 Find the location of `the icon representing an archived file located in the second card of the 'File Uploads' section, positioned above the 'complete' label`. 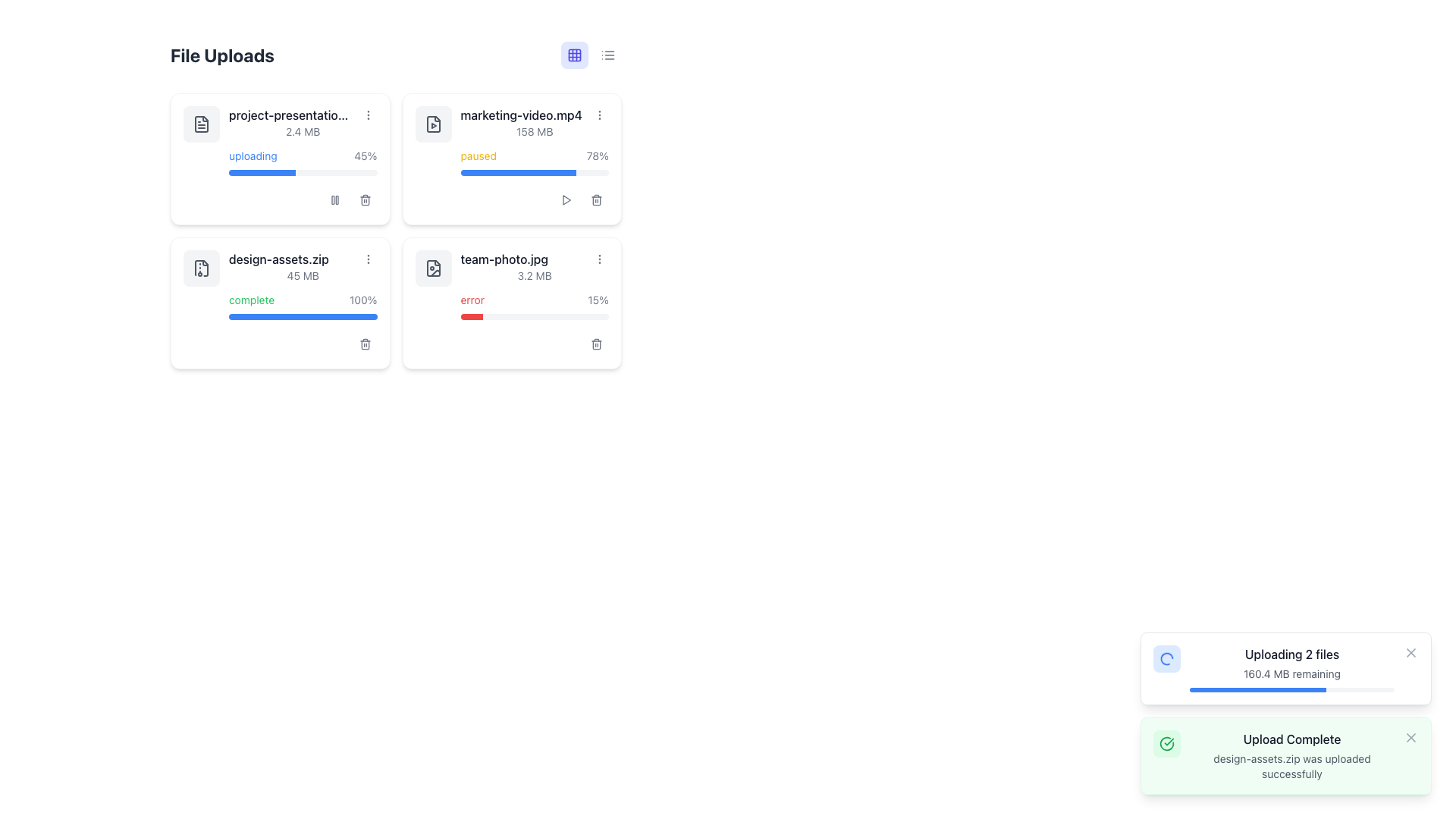

the icon representing an archived file located in the second card of the 'File Uploads' section, positioned above the 'complete' label is located at coordinates (200, 268).